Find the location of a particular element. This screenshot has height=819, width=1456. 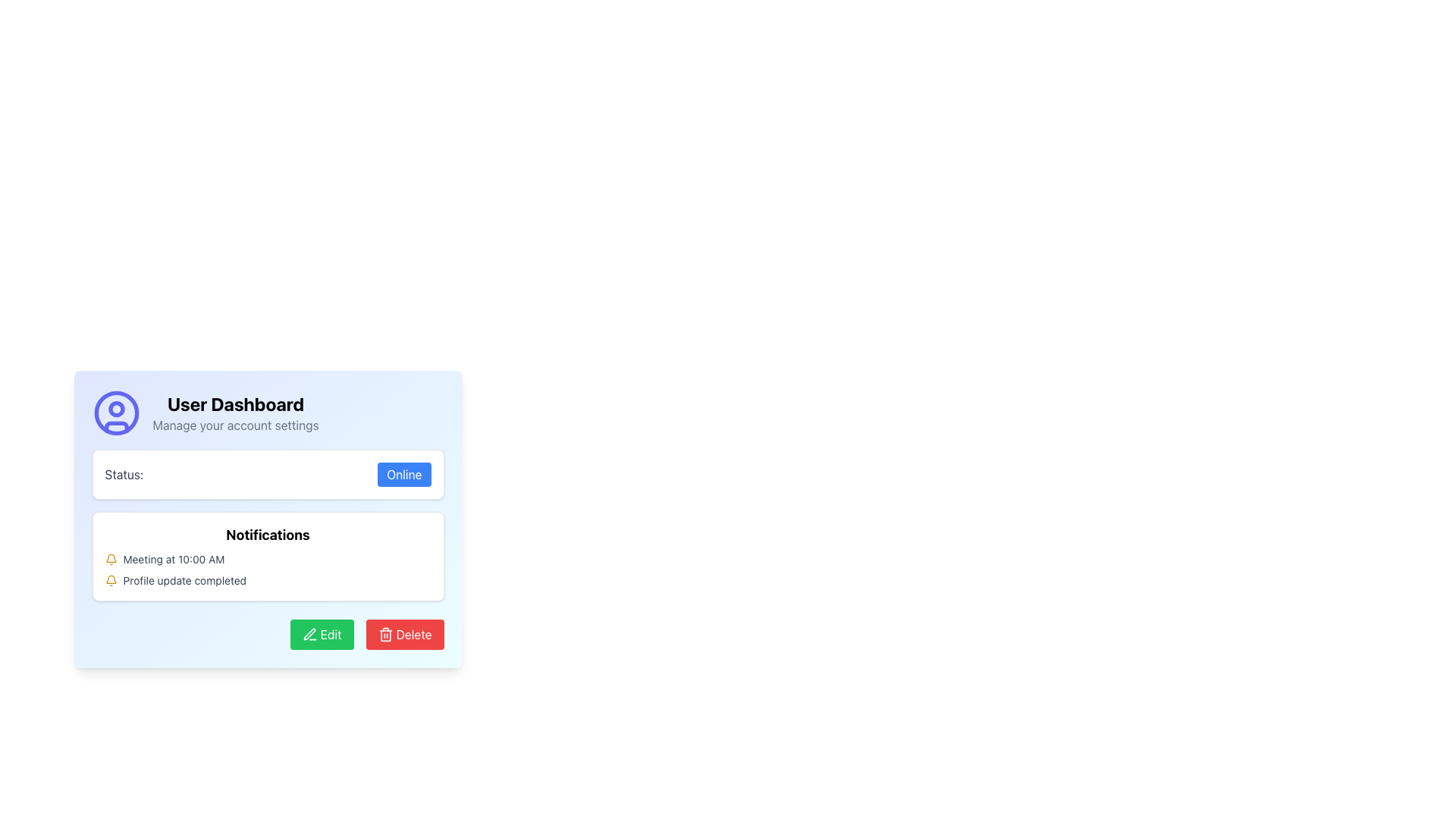

the profile icon in the header of the user dashboard for profile-related actions is located at coordinates (268, 413).